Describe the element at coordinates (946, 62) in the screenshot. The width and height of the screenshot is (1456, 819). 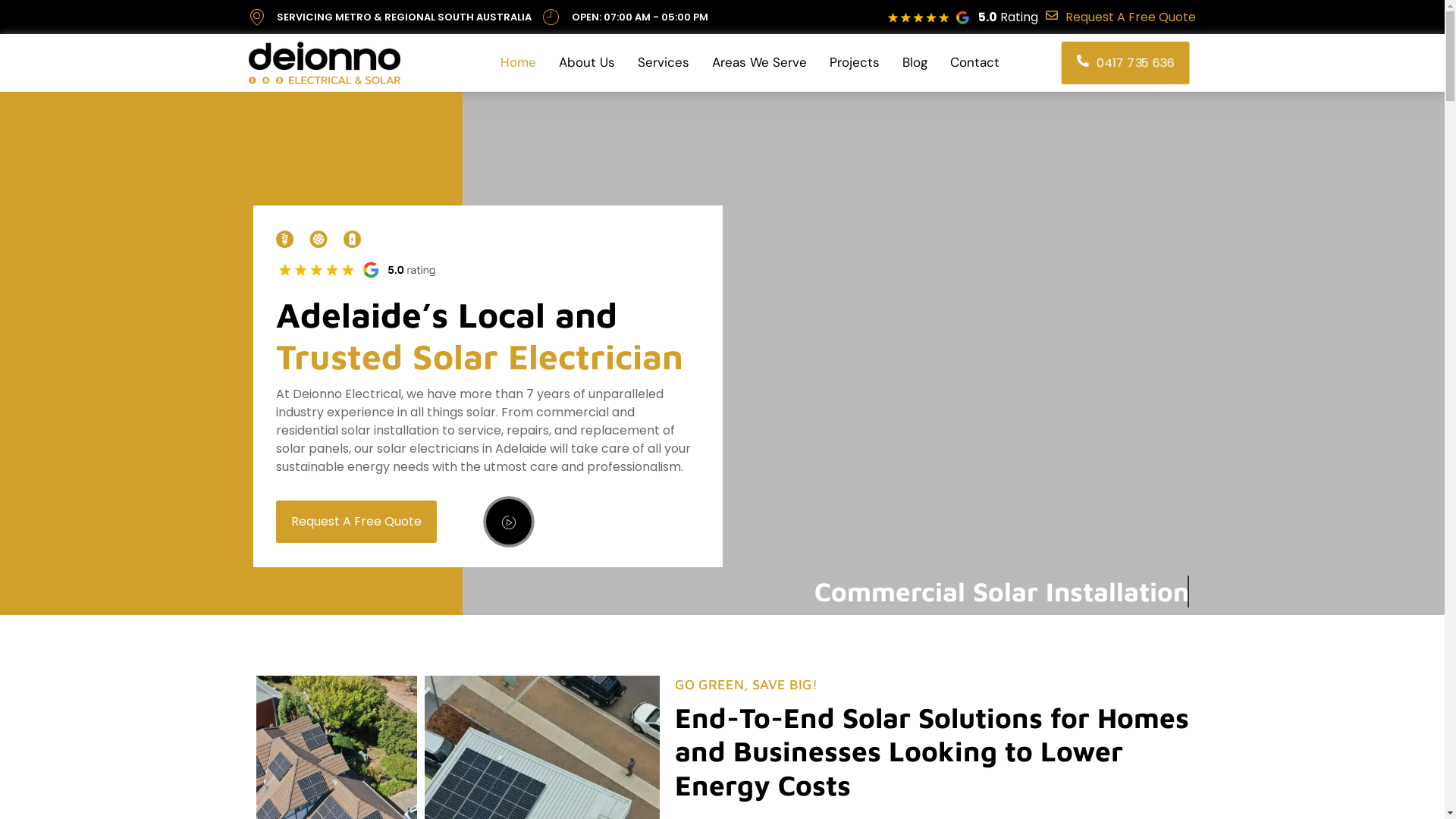
I see `'Contact'` at that location.